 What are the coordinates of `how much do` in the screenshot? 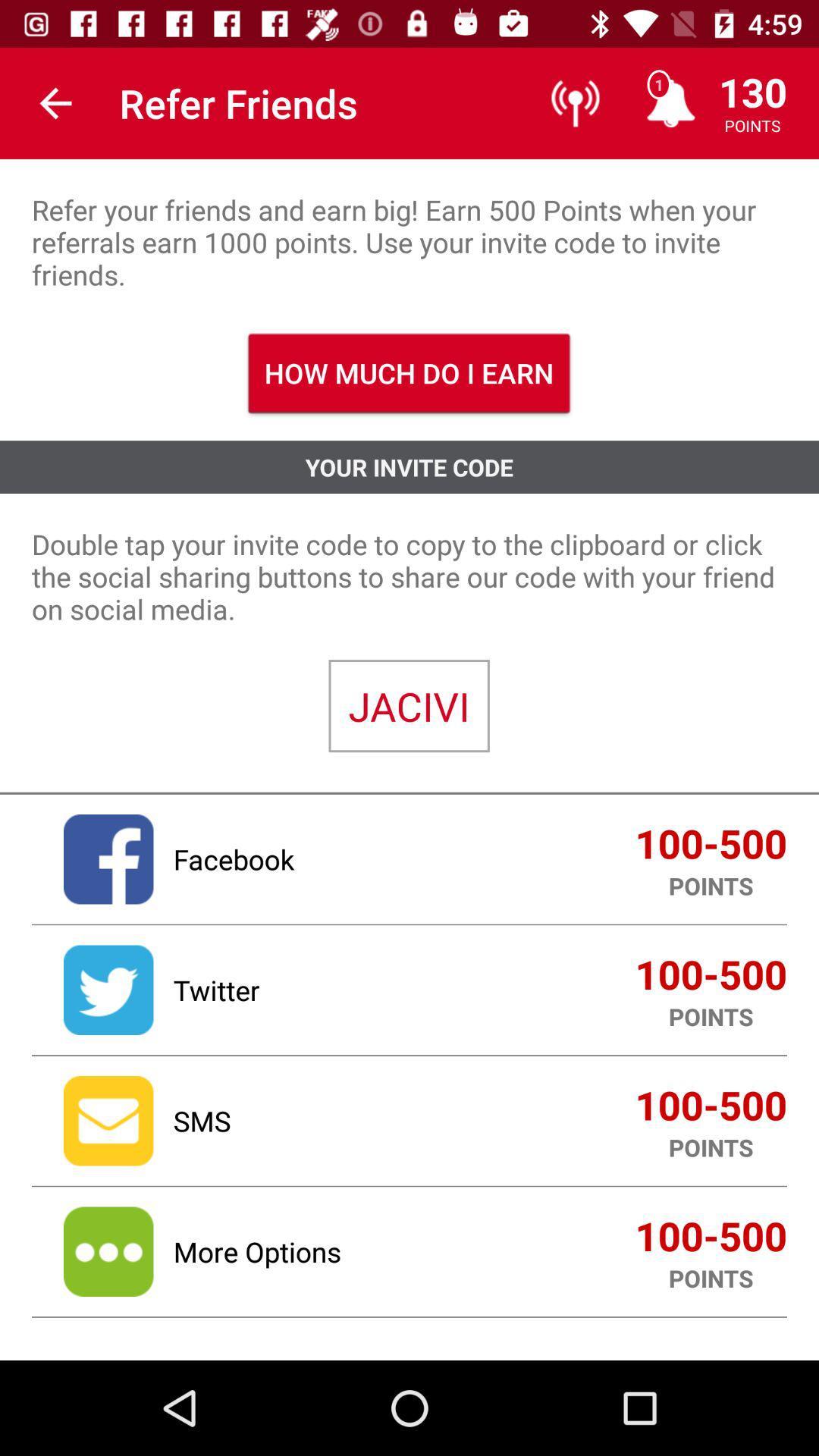 It's located at (408, 373).